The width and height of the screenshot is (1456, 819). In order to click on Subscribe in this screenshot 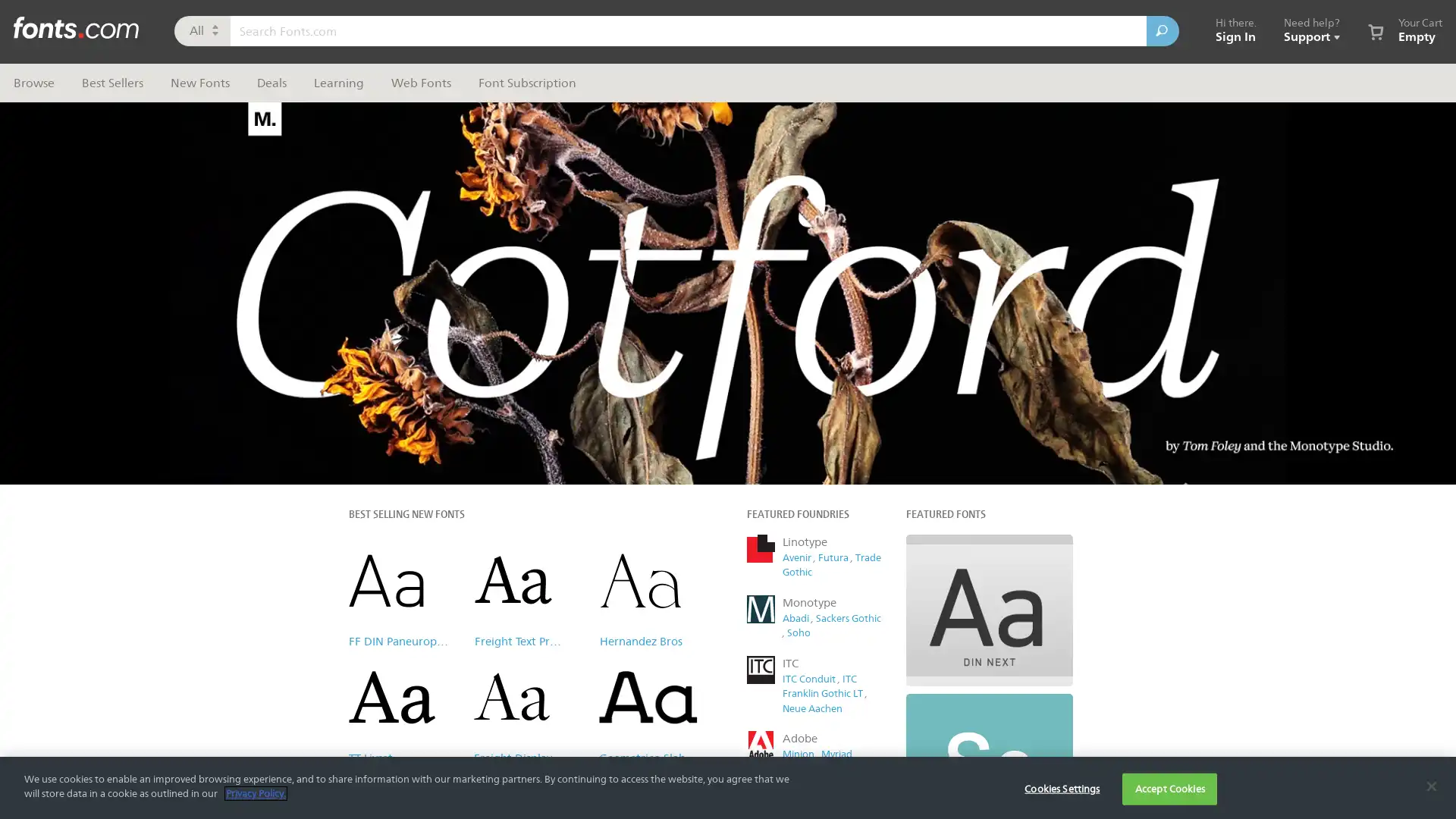, I will do `click(879, 391)`.